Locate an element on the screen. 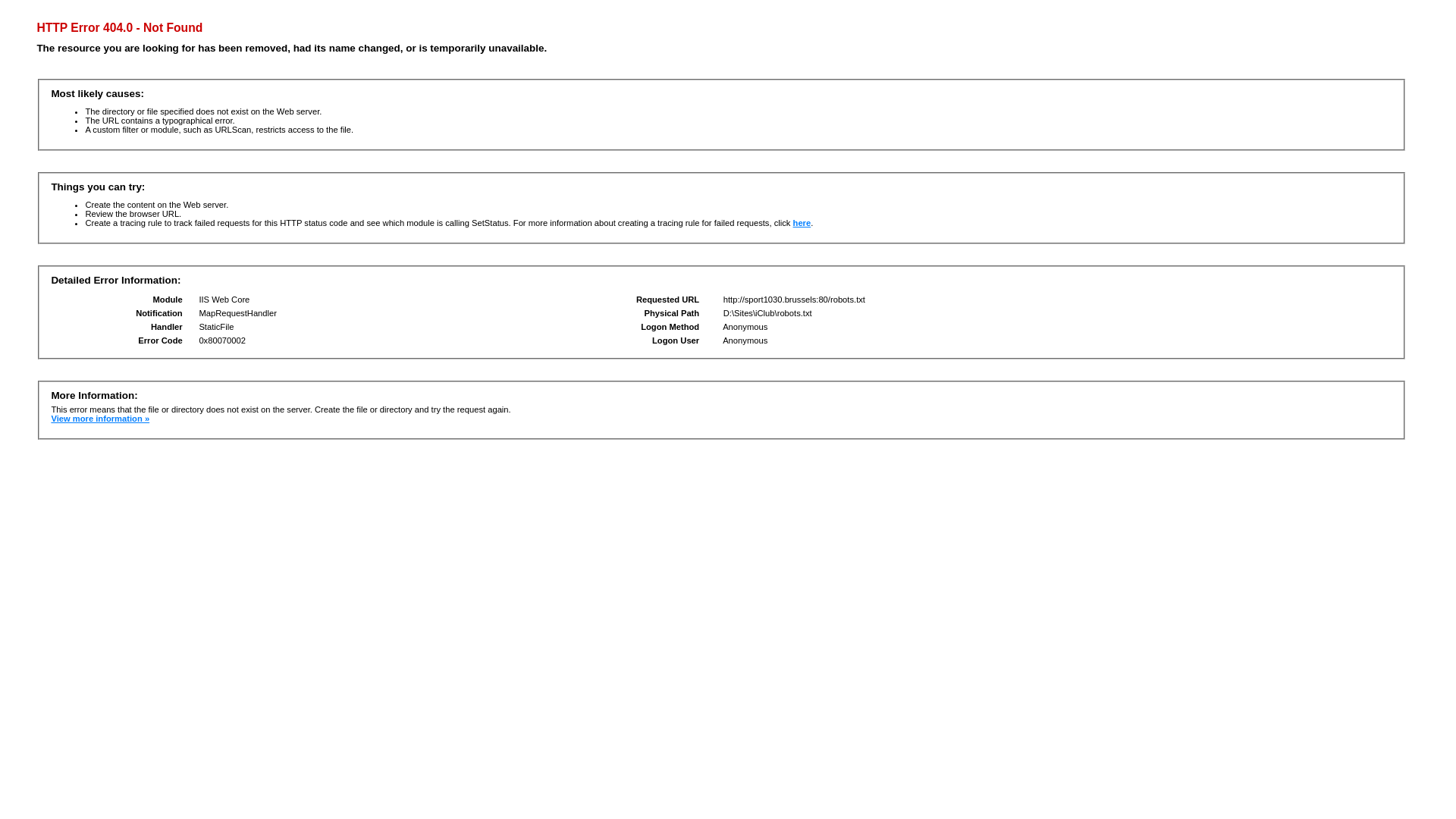 The width and height of the screenshot is (1456, 819). 'here' is located at coordinates (801, 222).